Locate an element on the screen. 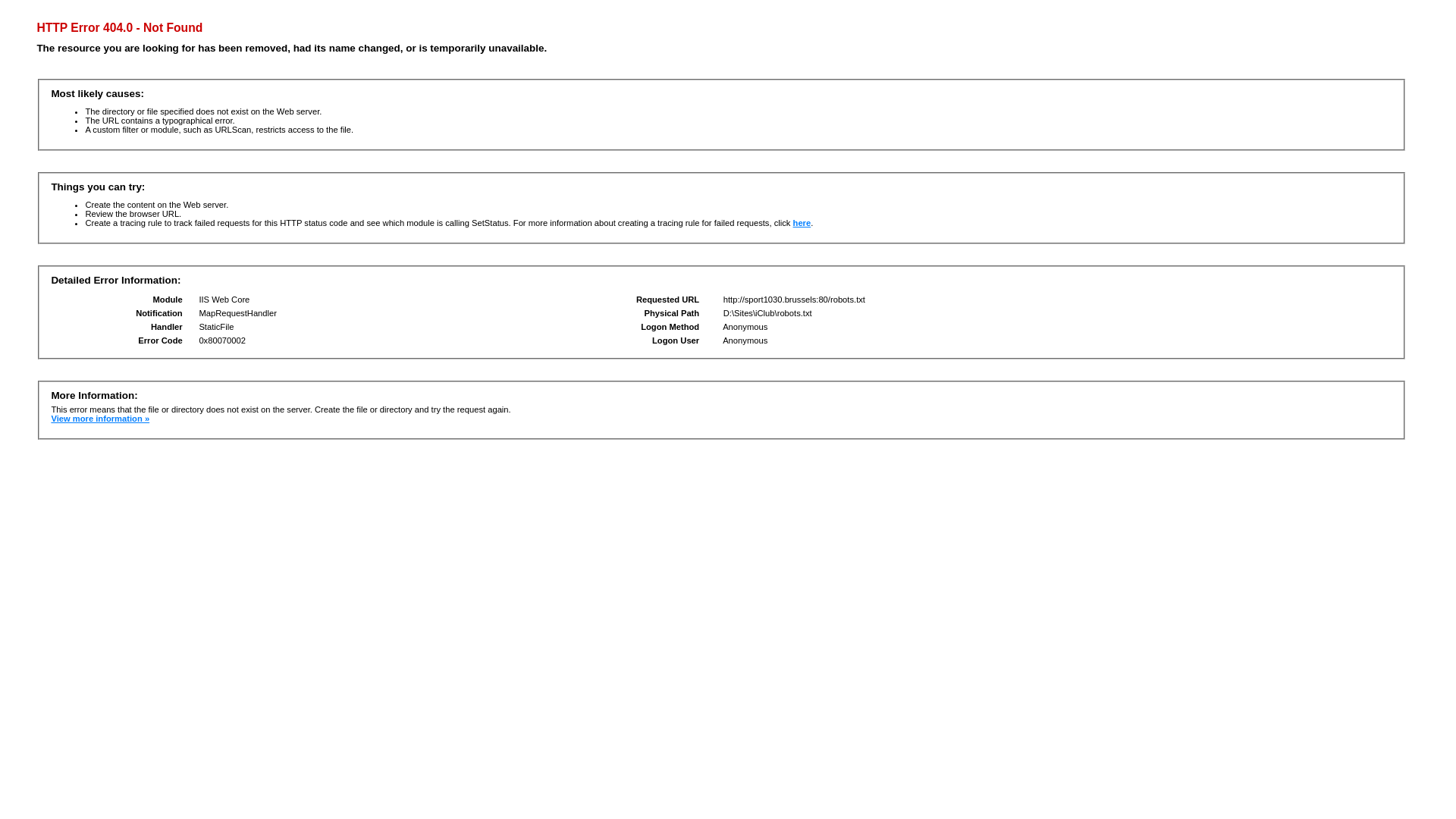 The width and height of the screenshot is (1456, 819). 'here' is located at coordinates (801, 222).